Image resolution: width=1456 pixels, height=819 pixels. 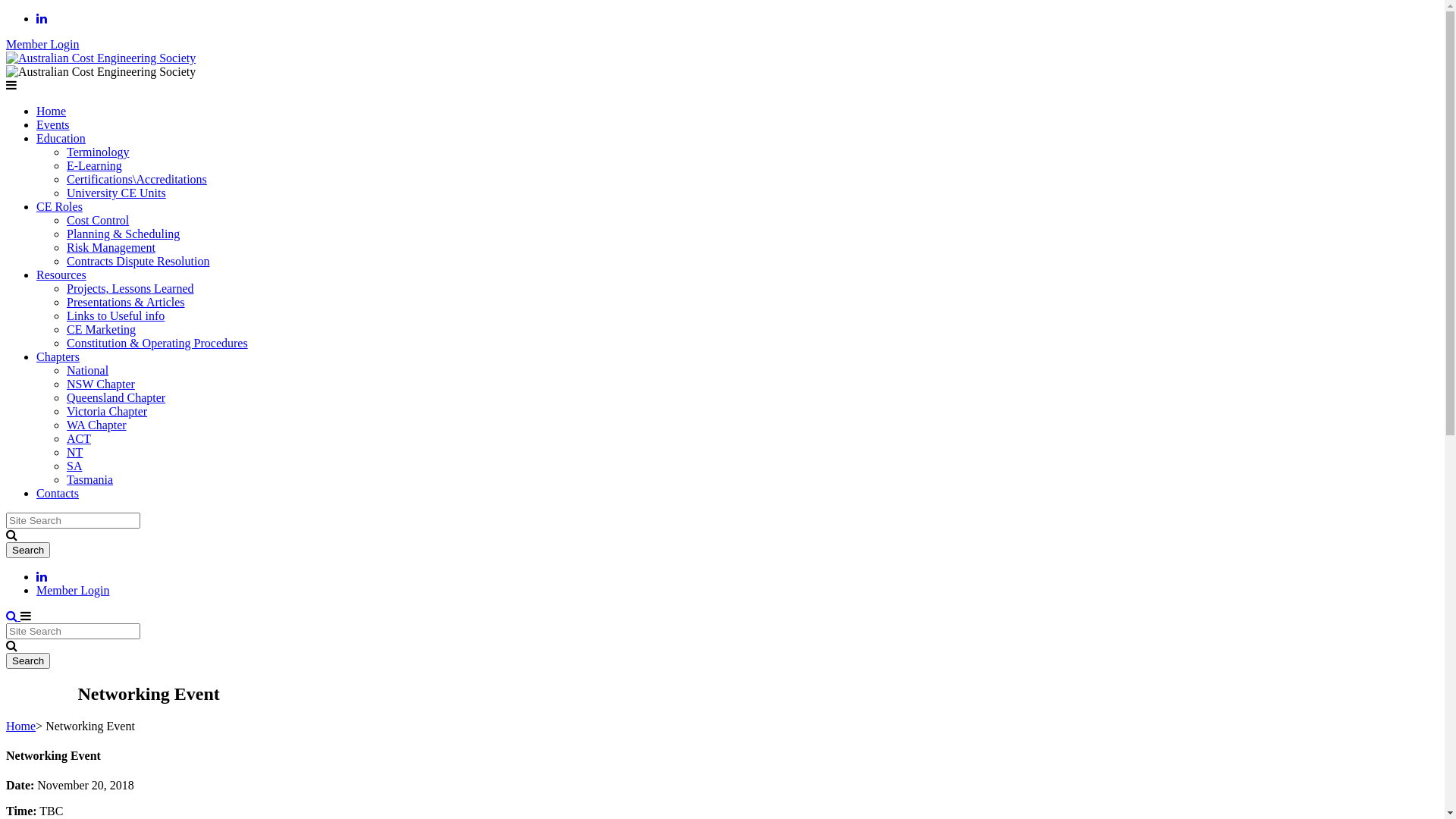 I want to click on 'E-Learning', so click(x=65, y=165).